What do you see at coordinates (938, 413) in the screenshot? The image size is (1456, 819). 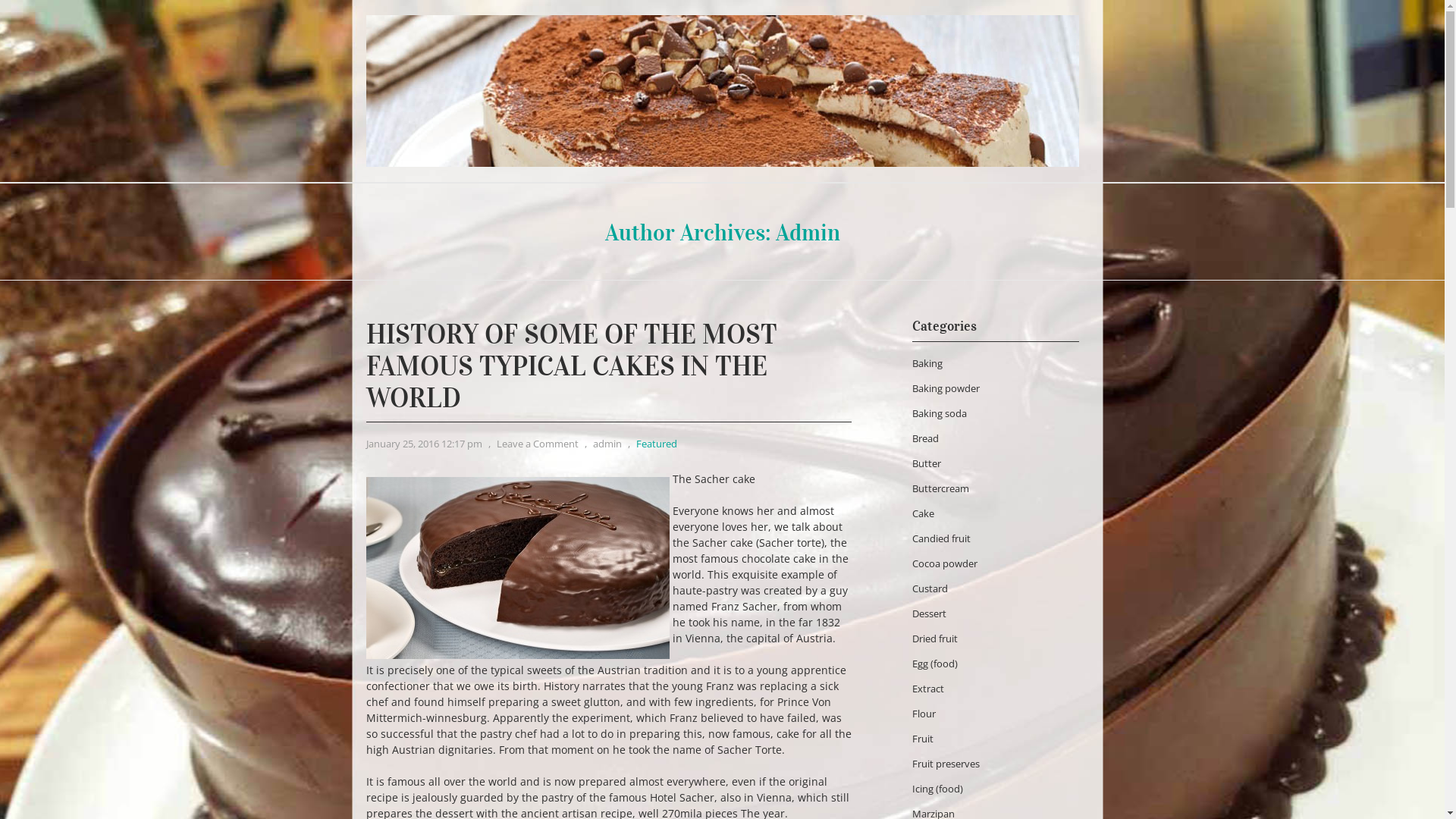 I see `'Baking soda'` at bounding box center [938, 413].